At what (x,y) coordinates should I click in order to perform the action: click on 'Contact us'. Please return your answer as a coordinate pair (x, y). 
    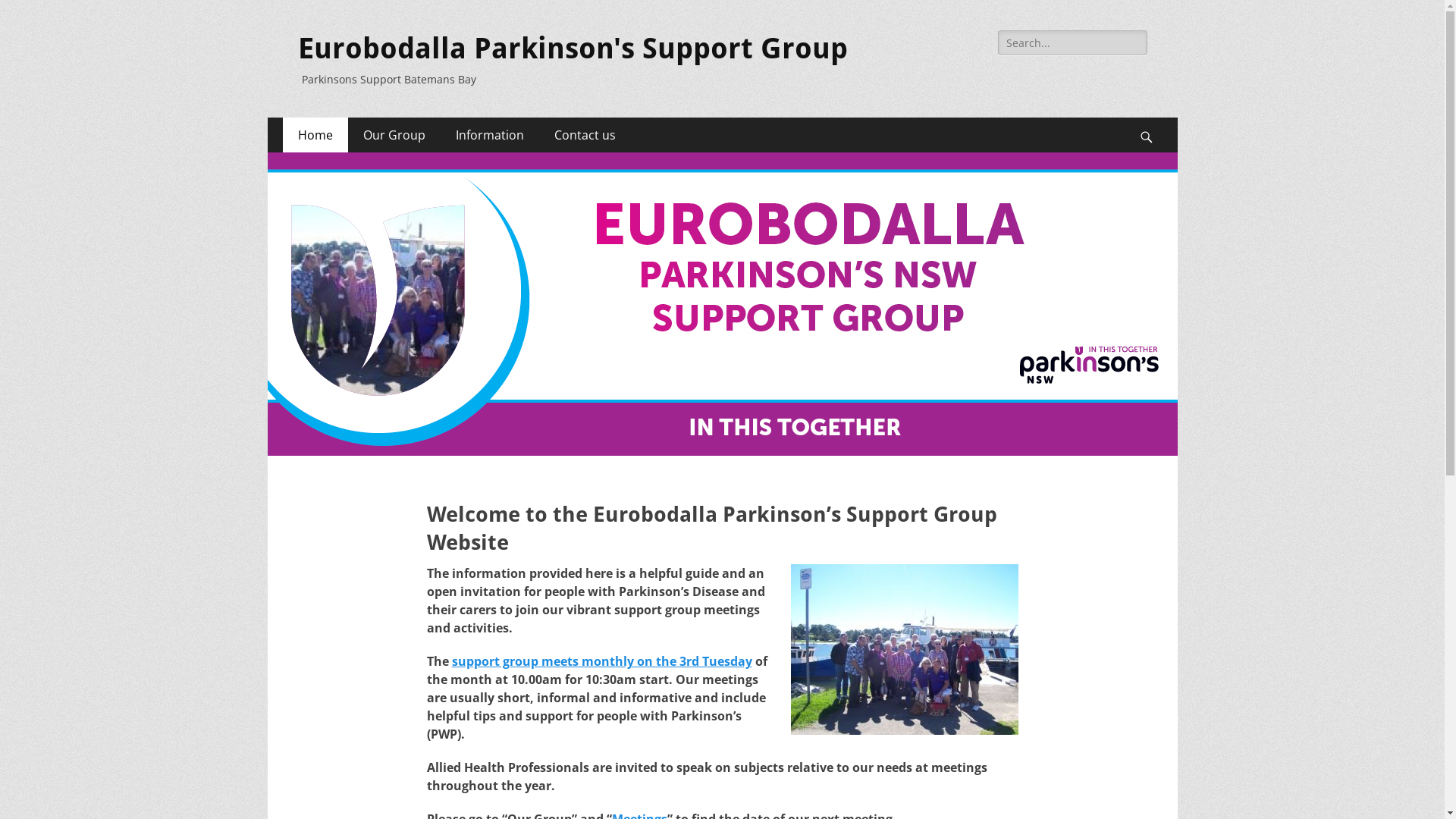
    Looking at the image, I should click on (583, 133).